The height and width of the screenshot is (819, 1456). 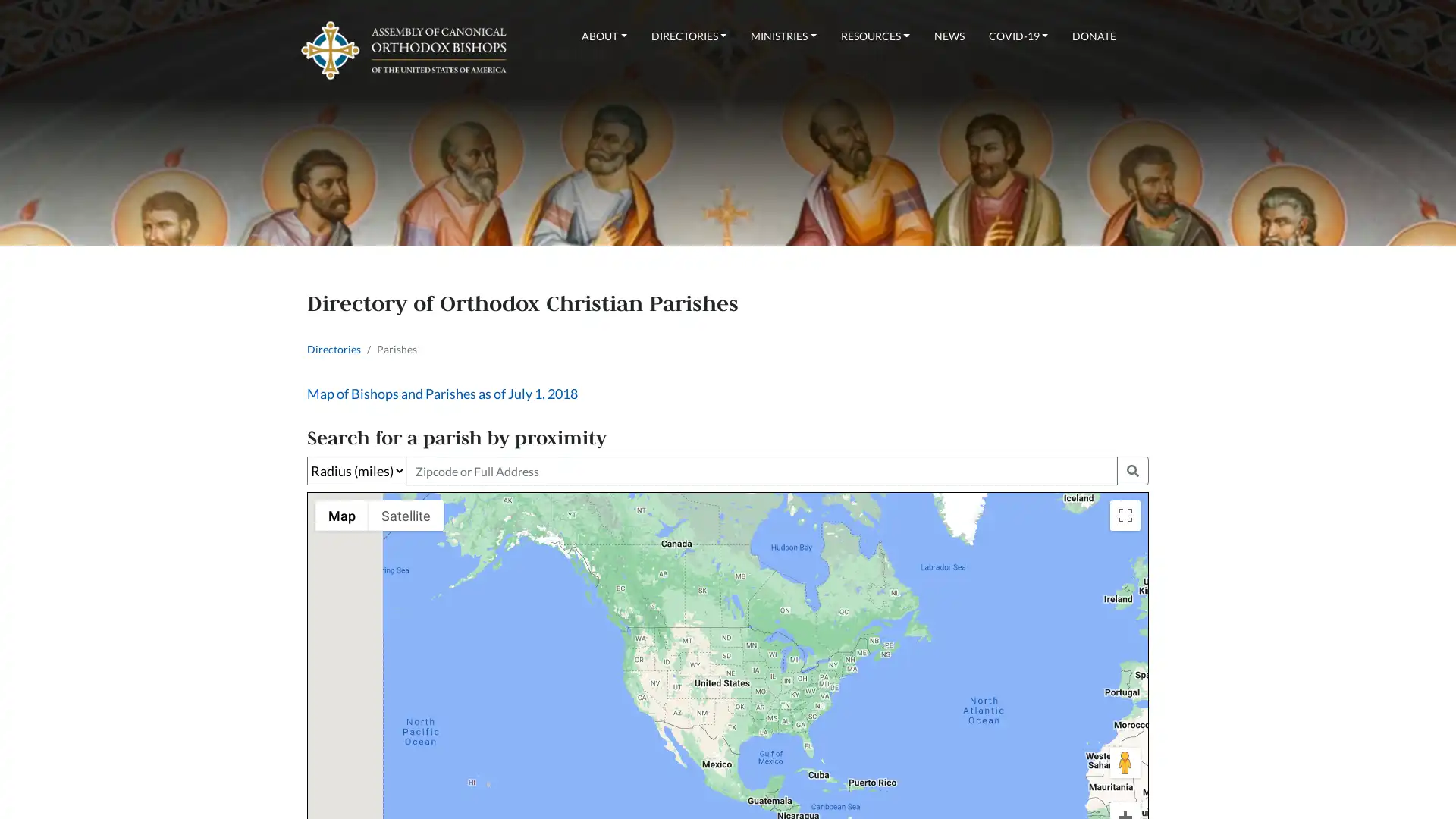 I want to click on Toggle fullscreen view, so click(x=1125, y=514).